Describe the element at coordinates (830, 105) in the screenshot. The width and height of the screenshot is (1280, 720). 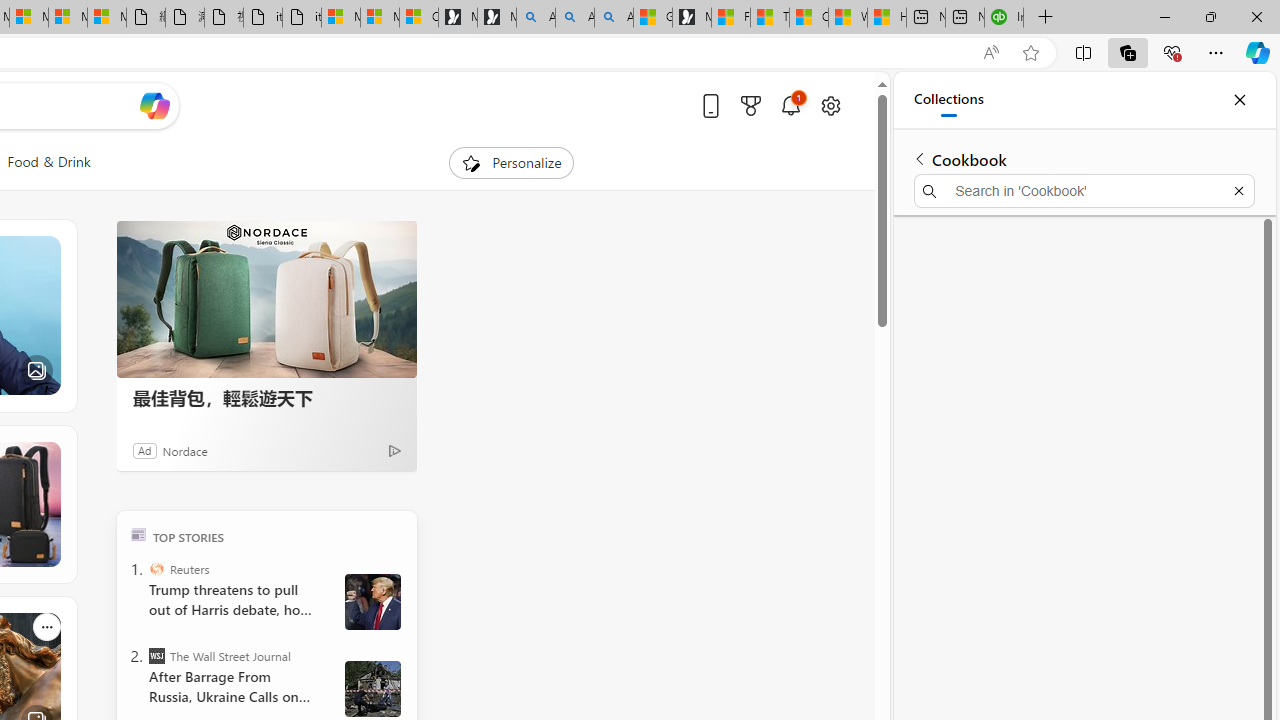
I see `'Open settings'` at that location.